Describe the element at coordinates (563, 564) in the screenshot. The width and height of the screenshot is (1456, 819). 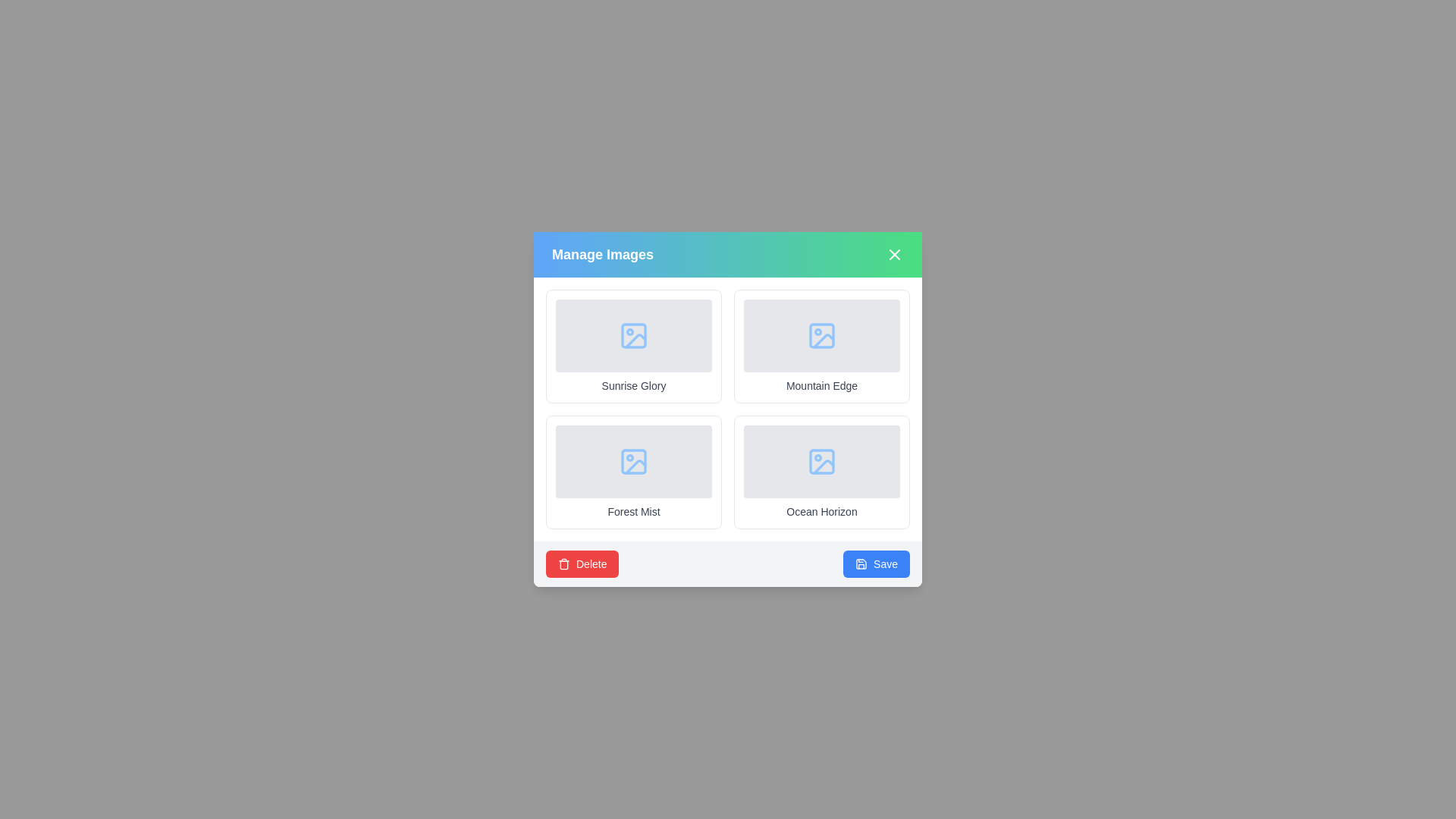
I see `the small trash can icon with a red background located to the left of the 'Delete' button text at the bottom left corner of the interface` at that location.